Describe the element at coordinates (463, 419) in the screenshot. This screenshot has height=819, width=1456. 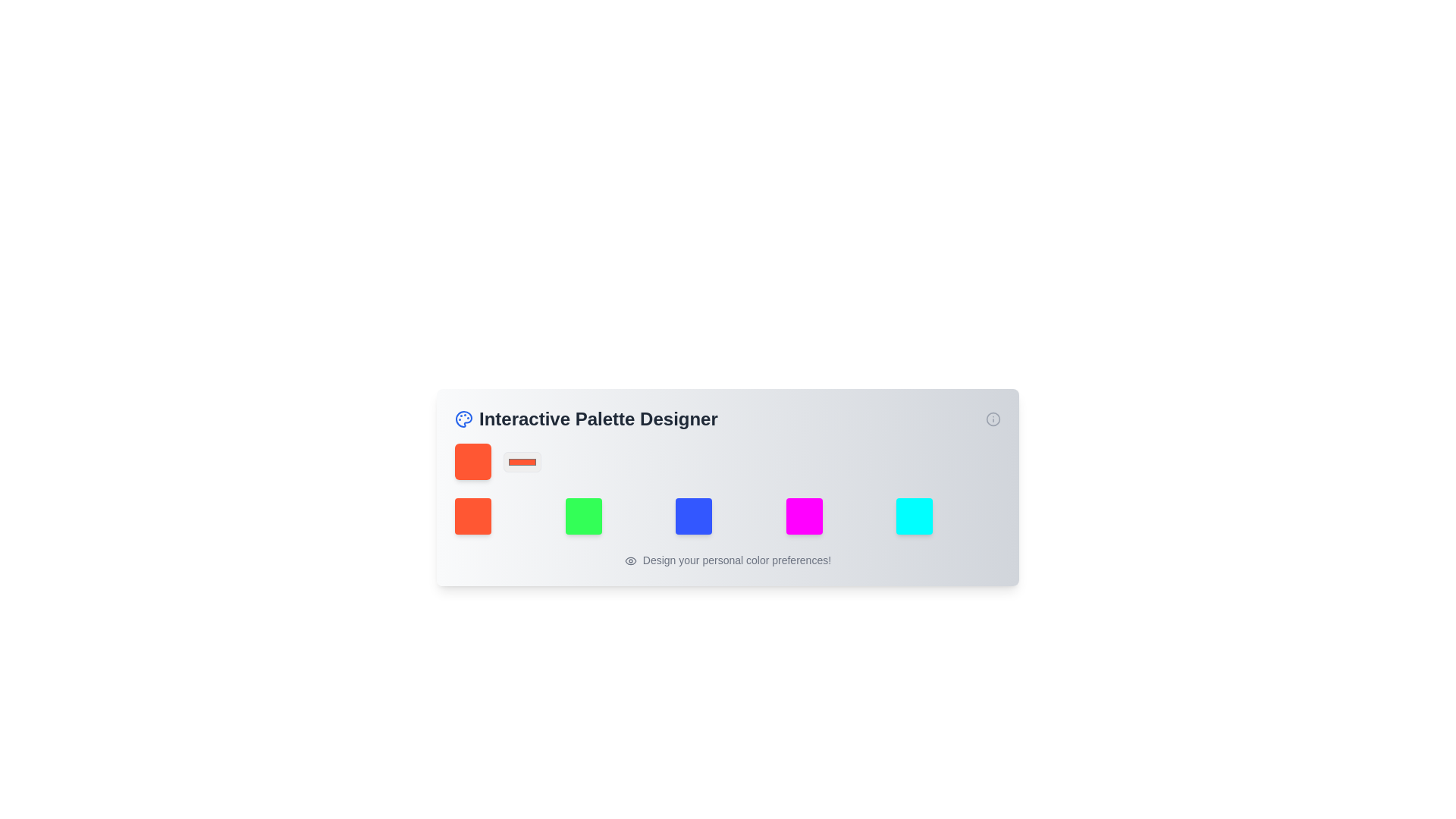
I see `the circular painter's palette icon with a blue outline located at the left of the 'Interactive Palette Designer' heading` at that location.